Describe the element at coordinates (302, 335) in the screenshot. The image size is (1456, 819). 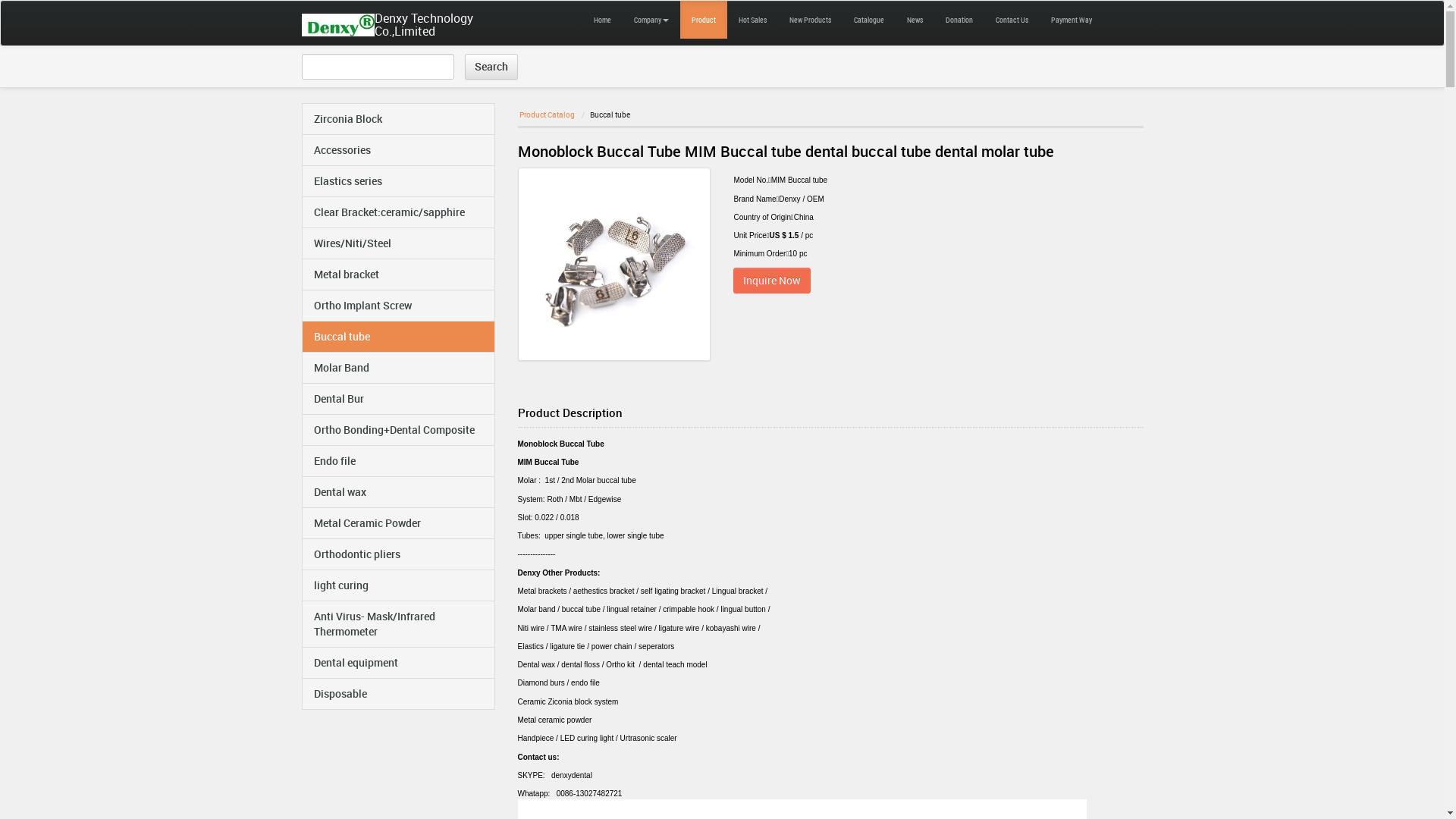
I see `'Buccal tube'` at that location.